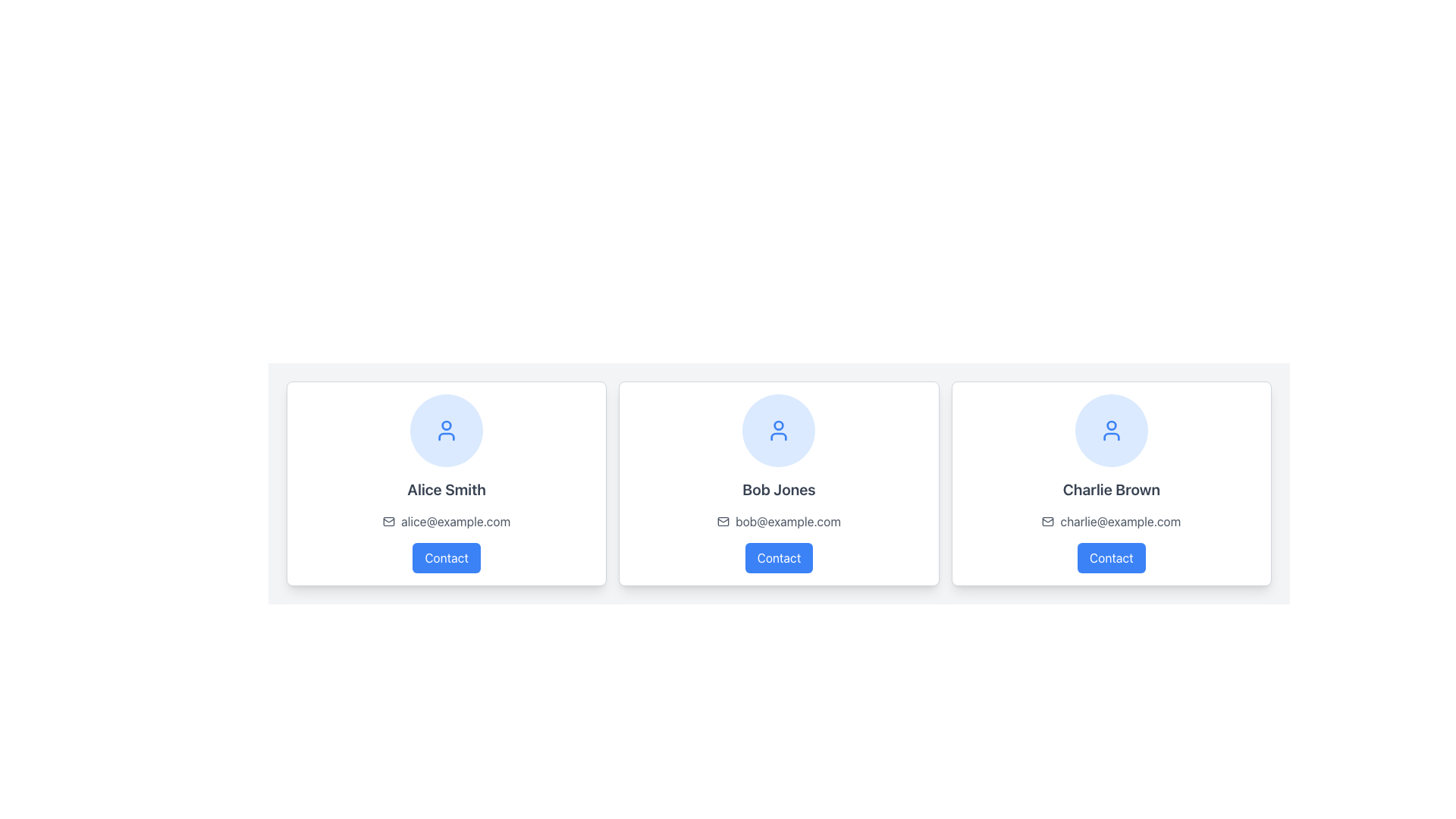 The height and width of the screenshot is (819, 1456). What do you see at coordinates (723, 520) in the screenshot?
I see `the envelope icon associated with the user 'Bob Jones', which is located adjacent to the email text 'bob@example.com'` at bounding box center [723, 520].